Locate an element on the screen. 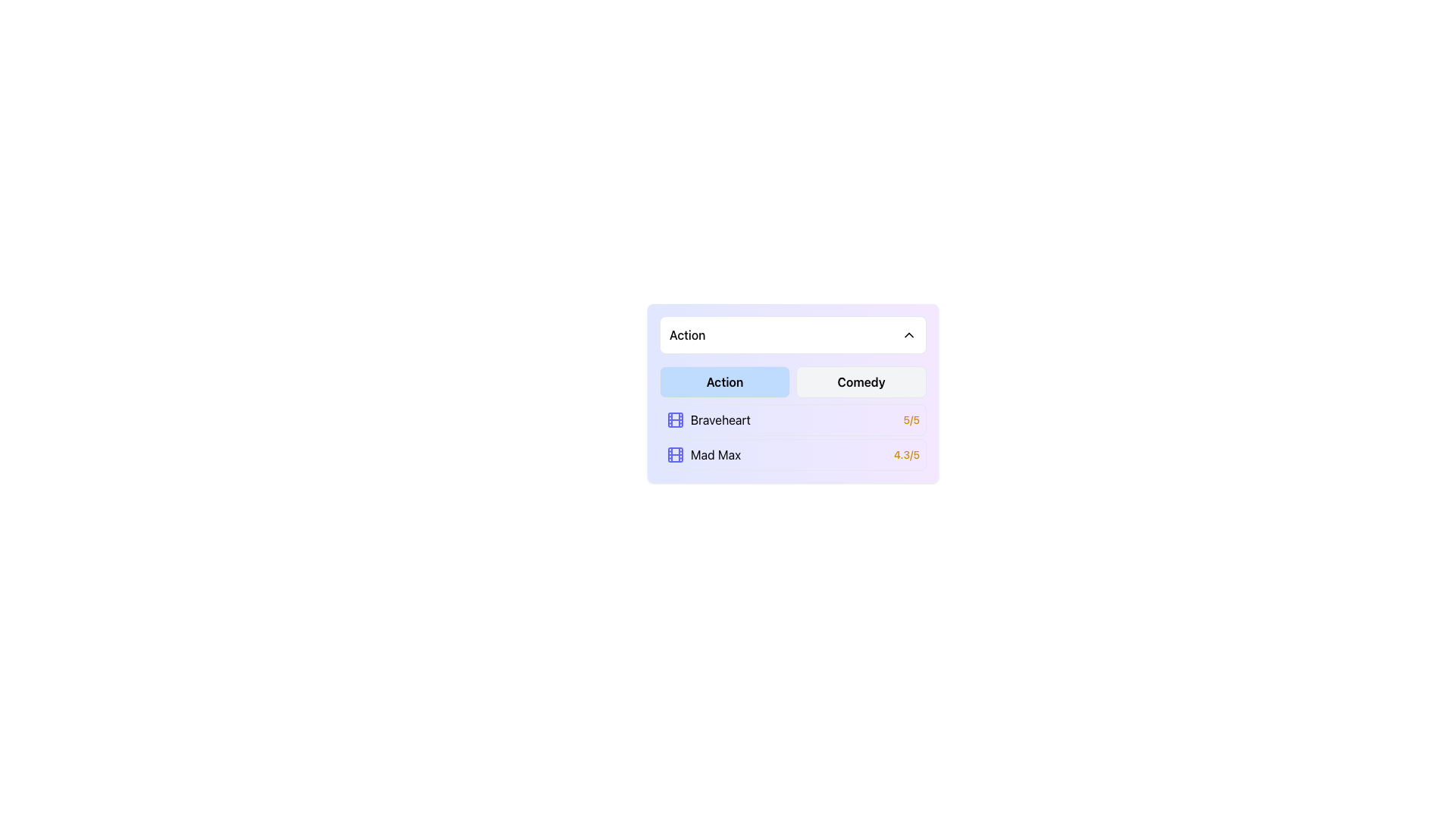 The width and height of the screenshot is (1456, 819). the text label reading 'Action' located in the upper-left region of the dropdown component is located at coordinates (686, 334).